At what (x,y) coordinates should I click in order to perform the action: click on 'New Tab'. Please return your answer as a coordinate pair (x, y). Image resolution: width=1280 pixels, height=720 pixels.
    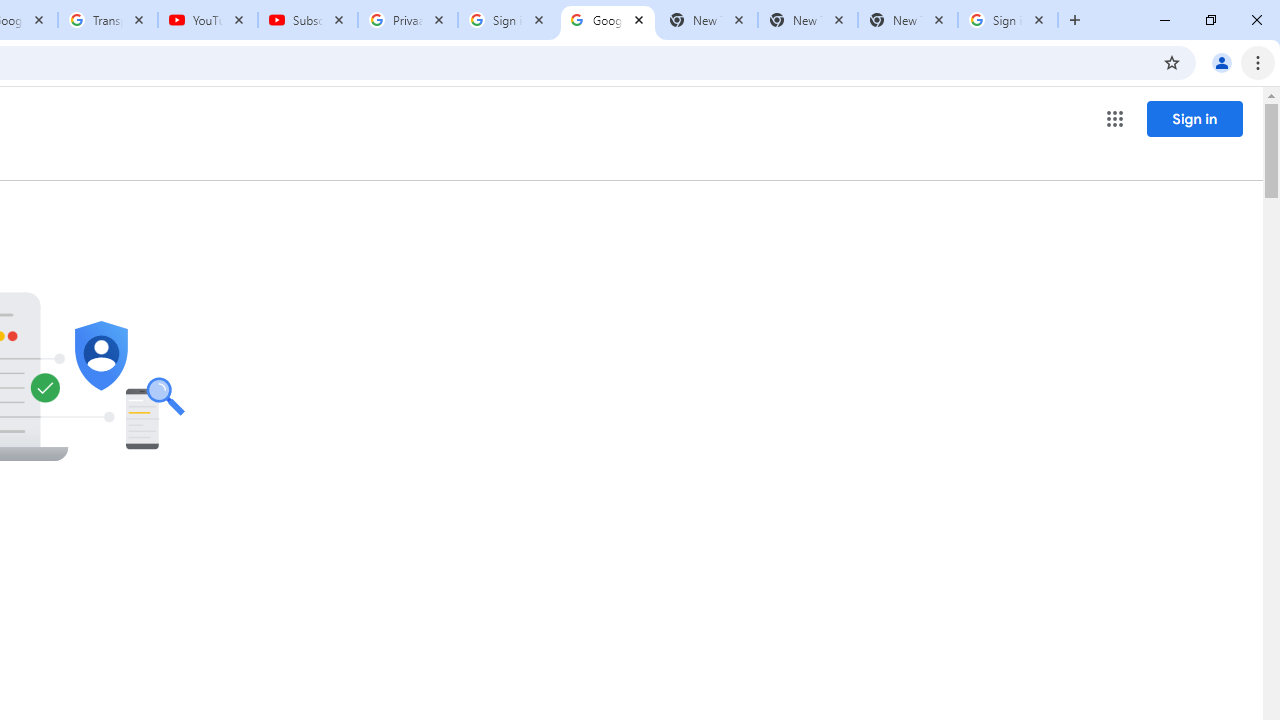
    Looking at the image, I should click on (906, 20).